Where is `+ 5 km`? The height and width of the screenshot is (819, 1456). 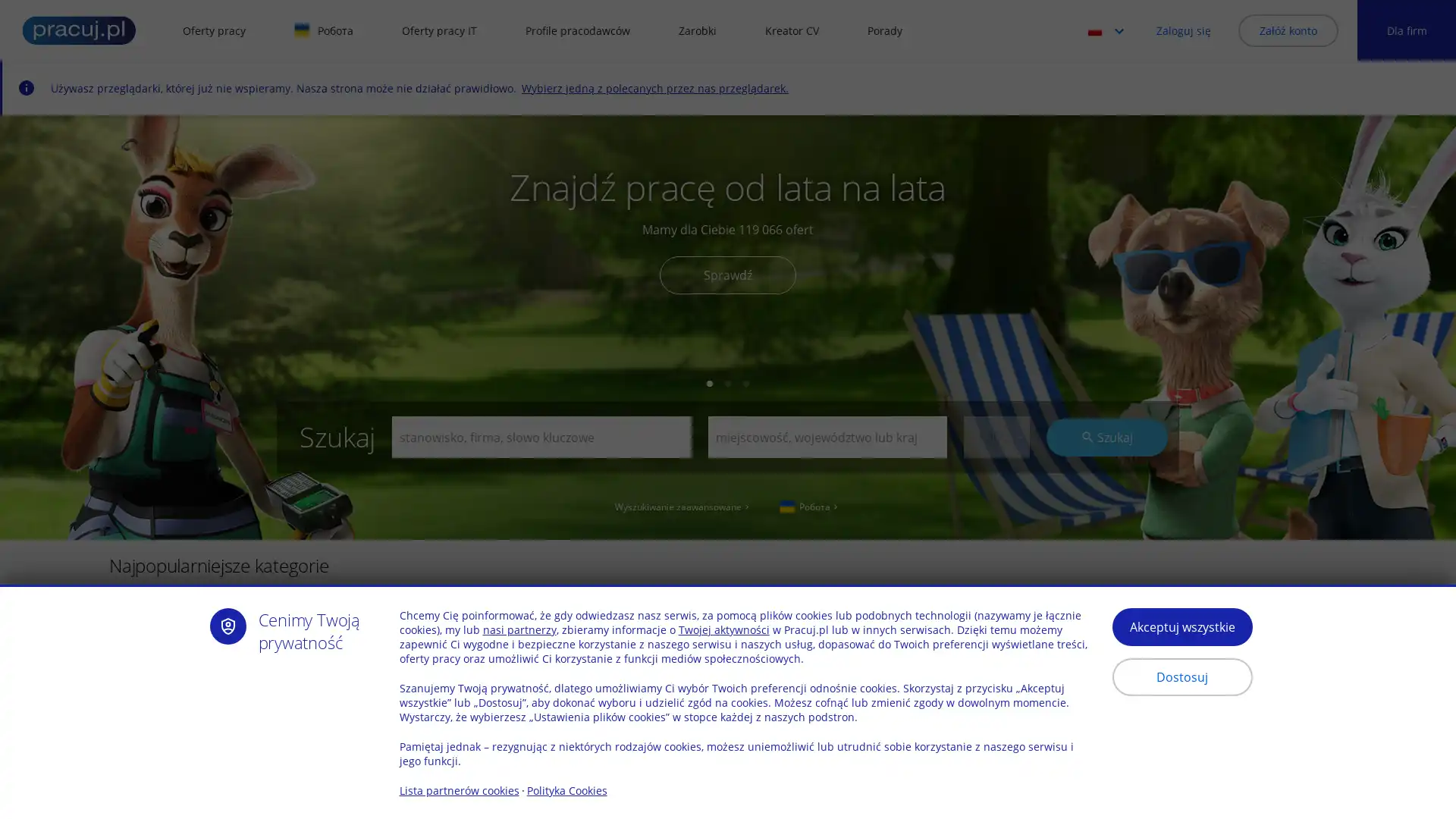
+ 5 km is located at coordinates (996, 491).